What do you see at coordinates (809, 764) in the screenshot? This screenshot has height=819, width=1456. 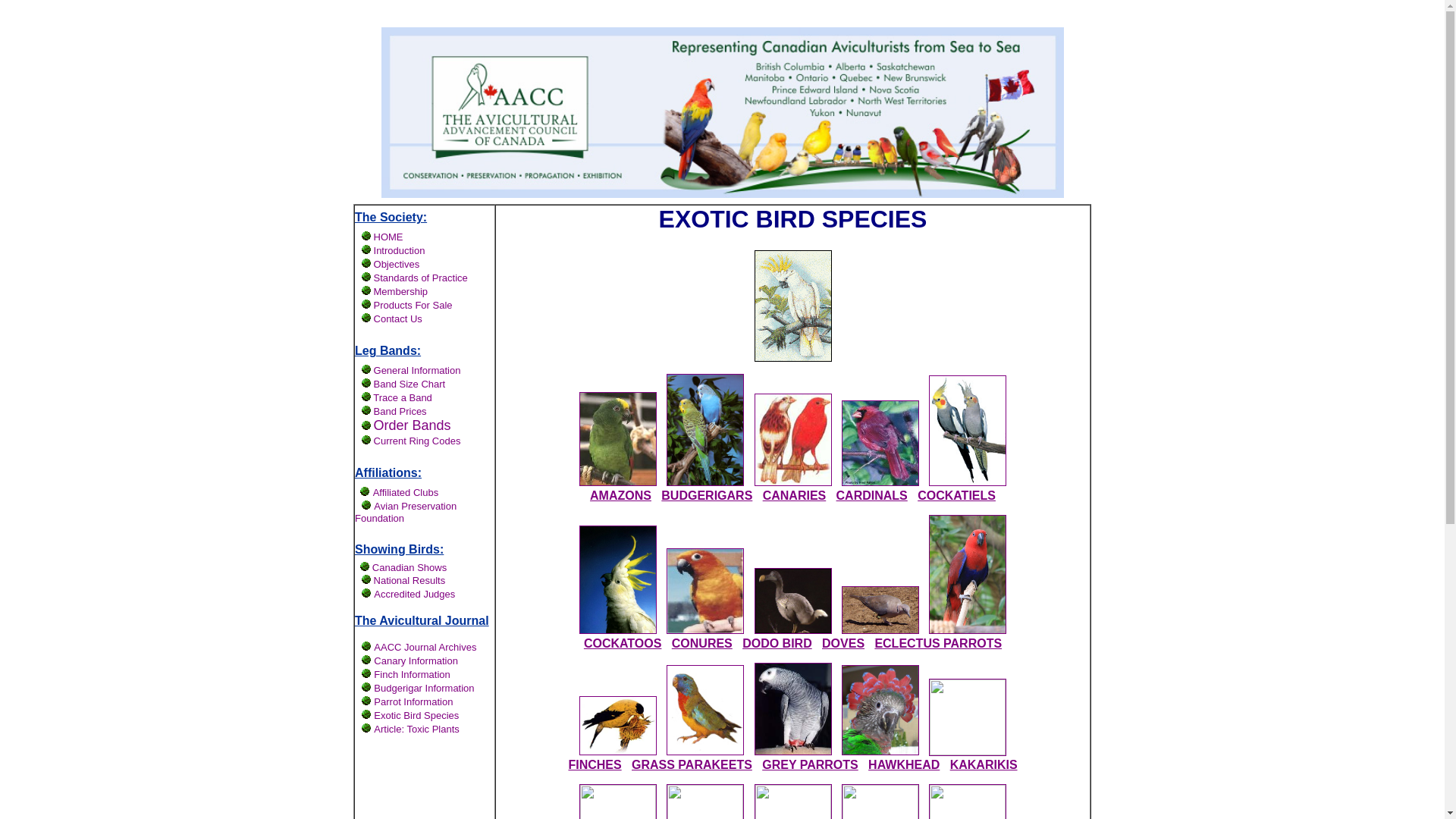 I see `'GREY PARROTS'` at bounding box center [809, 764].